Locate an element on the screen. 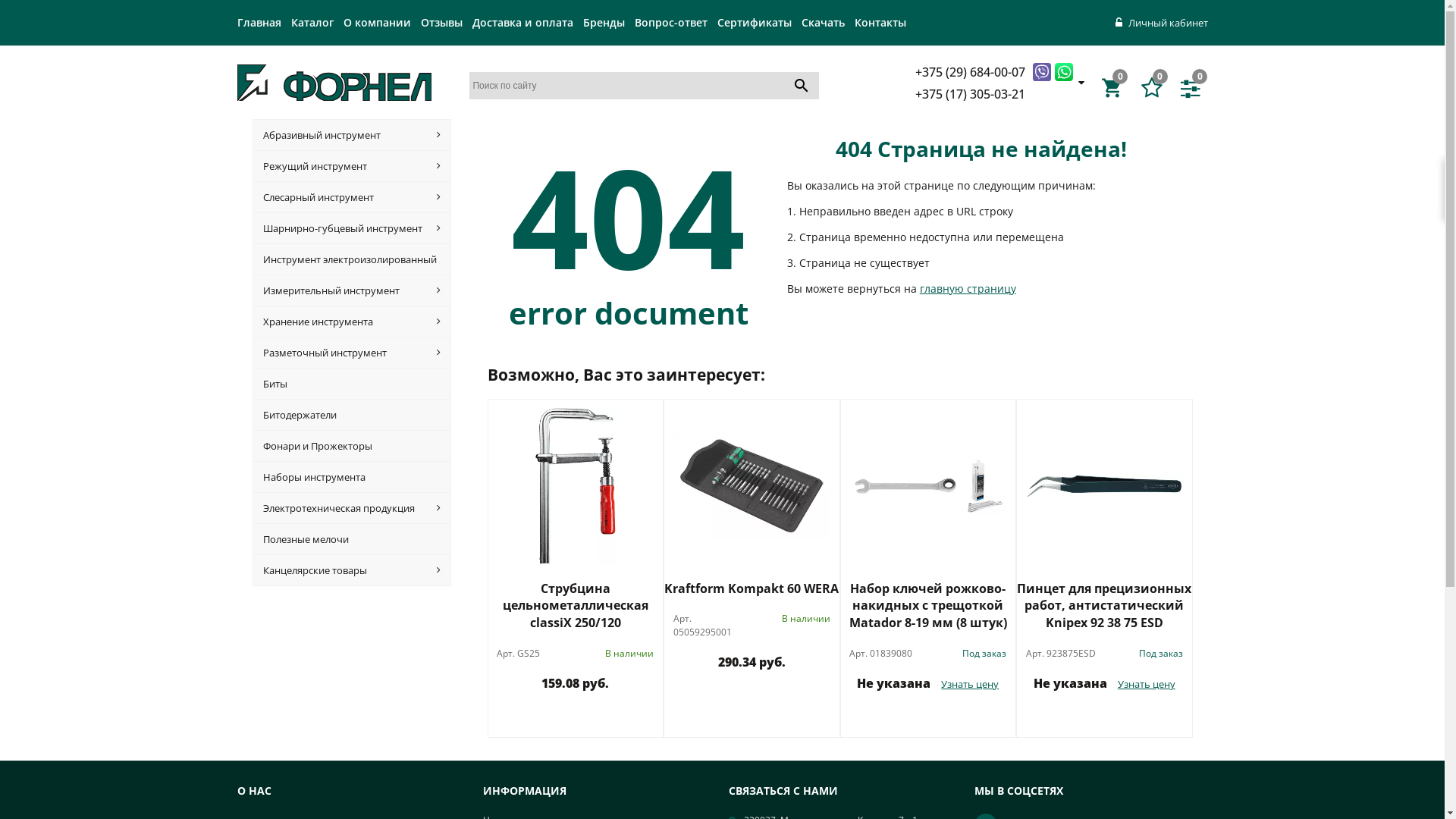 This screenshot has height=819, width=1456. '+375 (17) 305-03-21' is located at coordinates (914, 93).